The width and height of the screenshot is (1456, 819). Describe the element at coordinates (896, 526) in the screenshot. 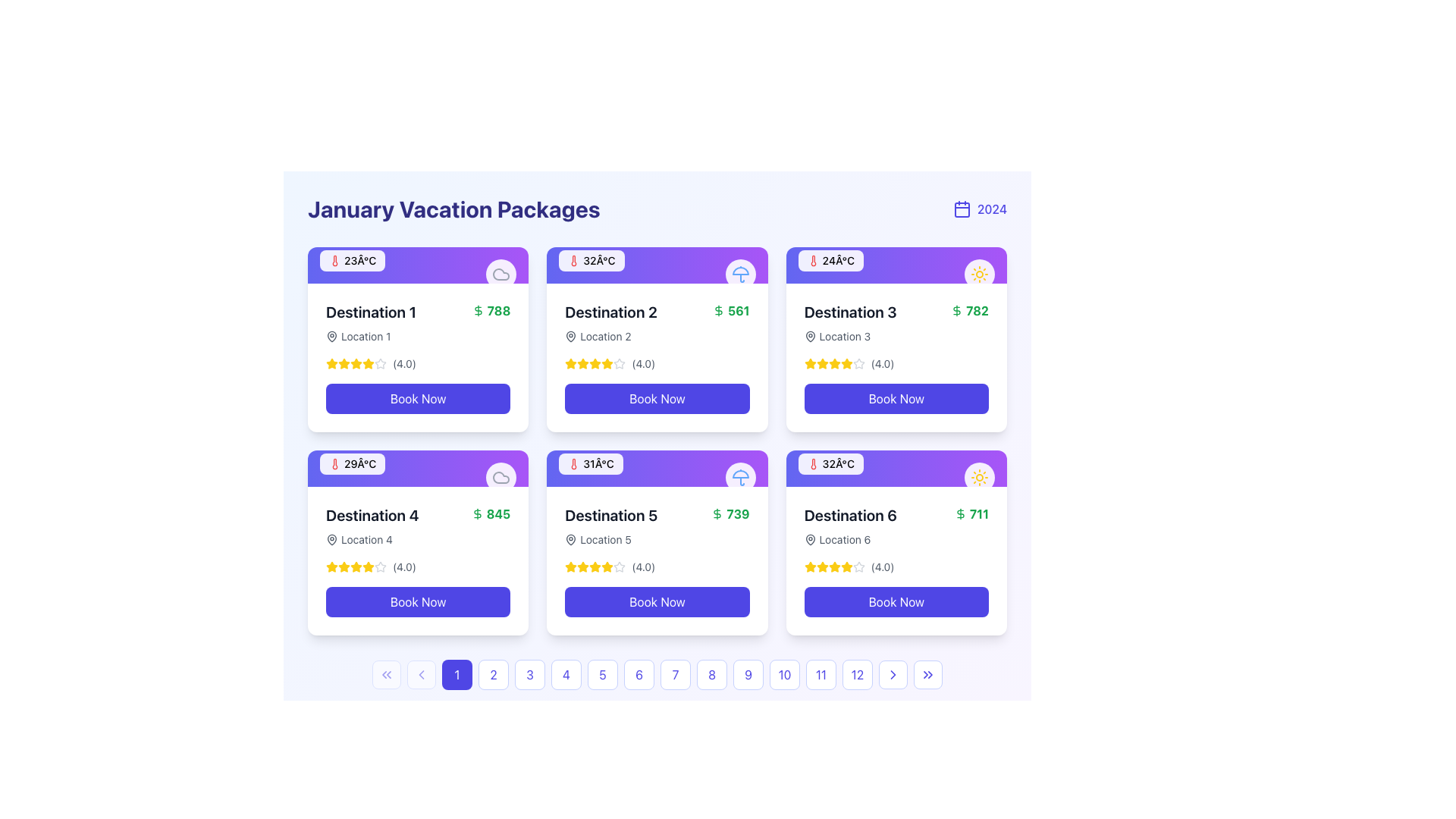

I see `the Informational card displaying 'Destination 6' with price '$711' located in the bottom row, third column of the grid` at that location.